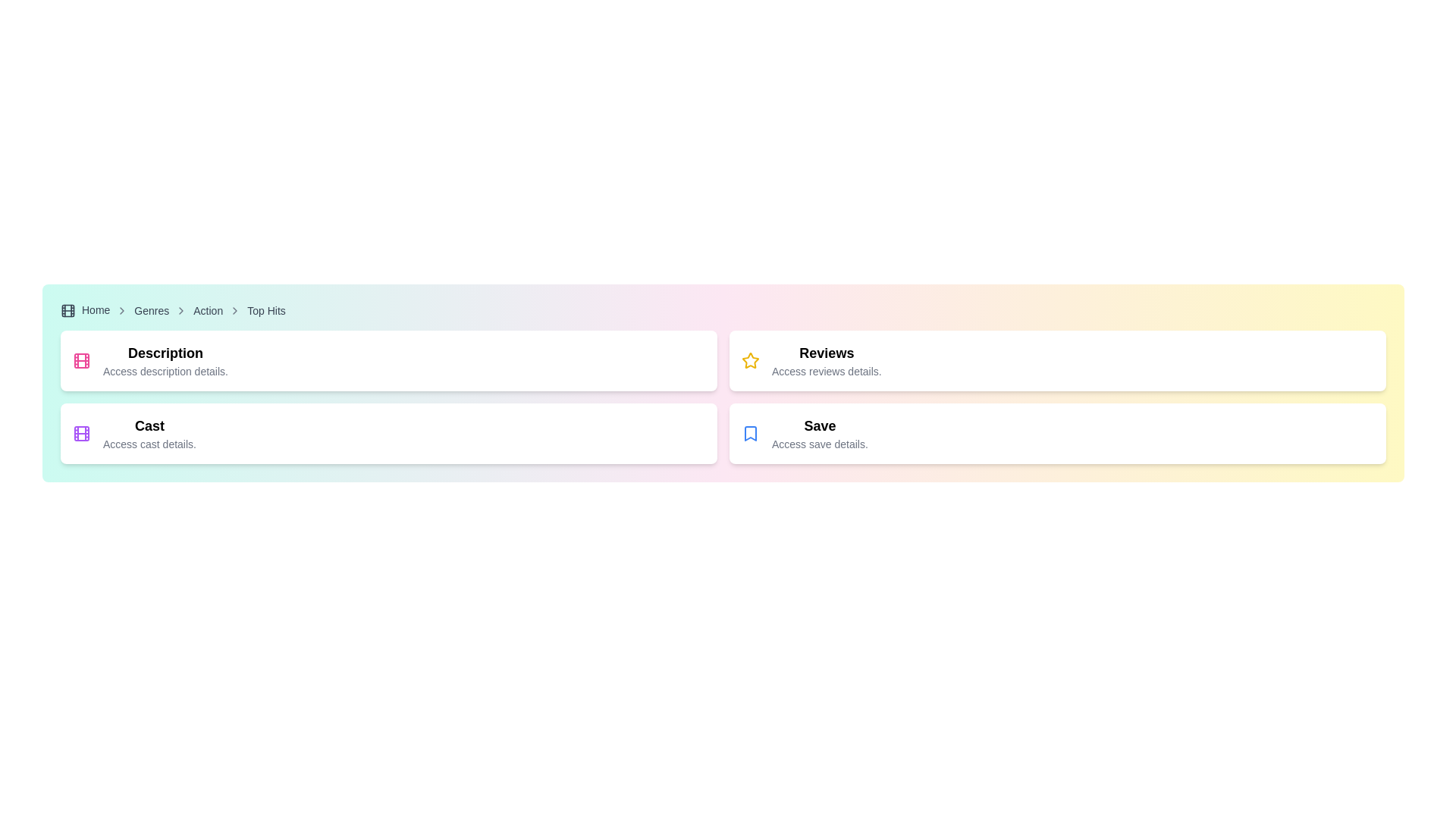 This screenshot has height=819, width=1456. I want to click on the fourth chevron icon in the breadcrumb navigation, which is positioned between the 'Genres' link and the 'Action' link, characterized by its neutral gray stroke style and no background, so click(181, 309).